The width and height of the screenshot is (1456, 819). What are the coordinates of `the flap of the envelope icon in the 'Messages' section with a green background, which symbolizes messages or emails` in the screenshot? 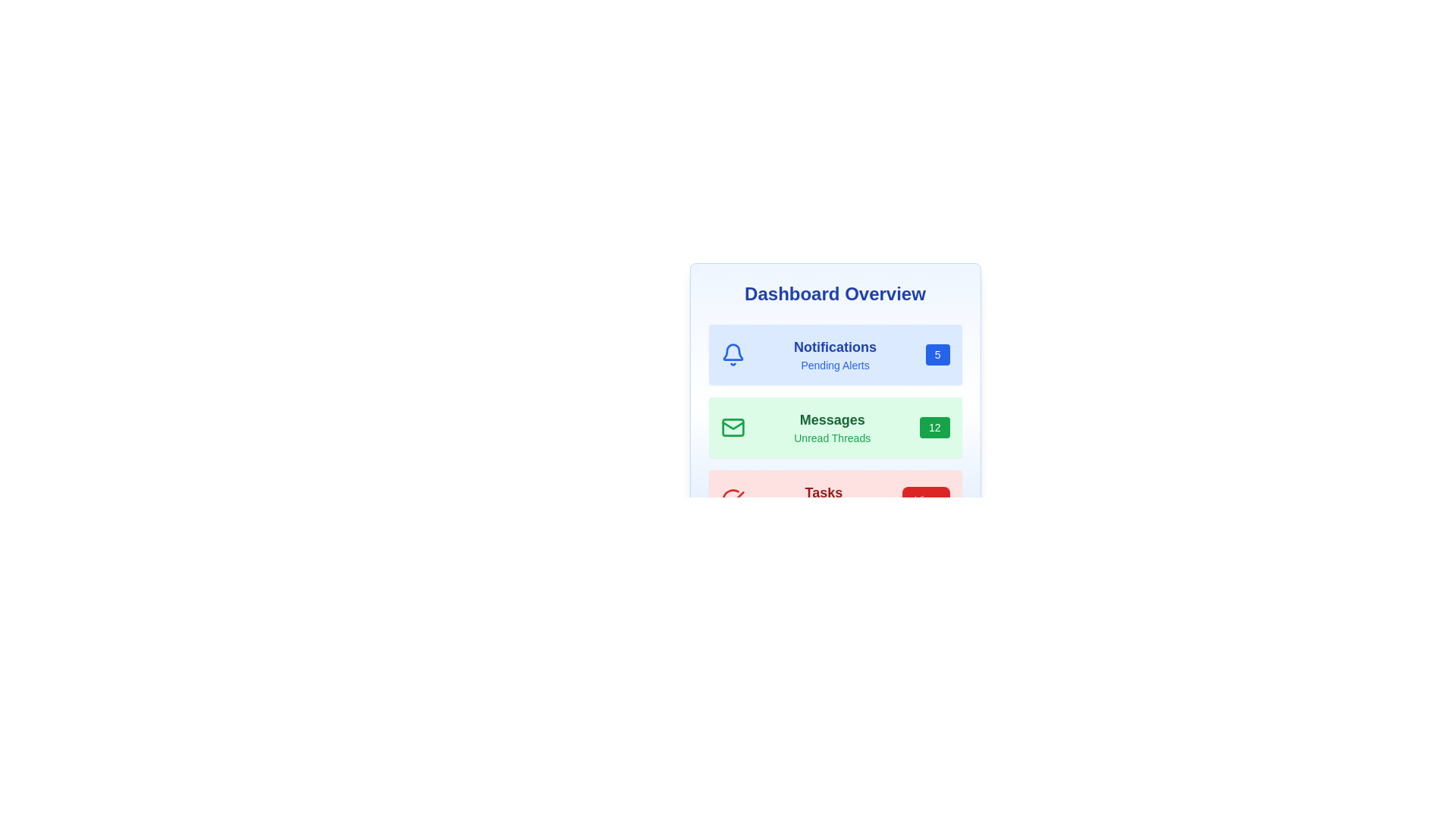 It's located at (733, 425).